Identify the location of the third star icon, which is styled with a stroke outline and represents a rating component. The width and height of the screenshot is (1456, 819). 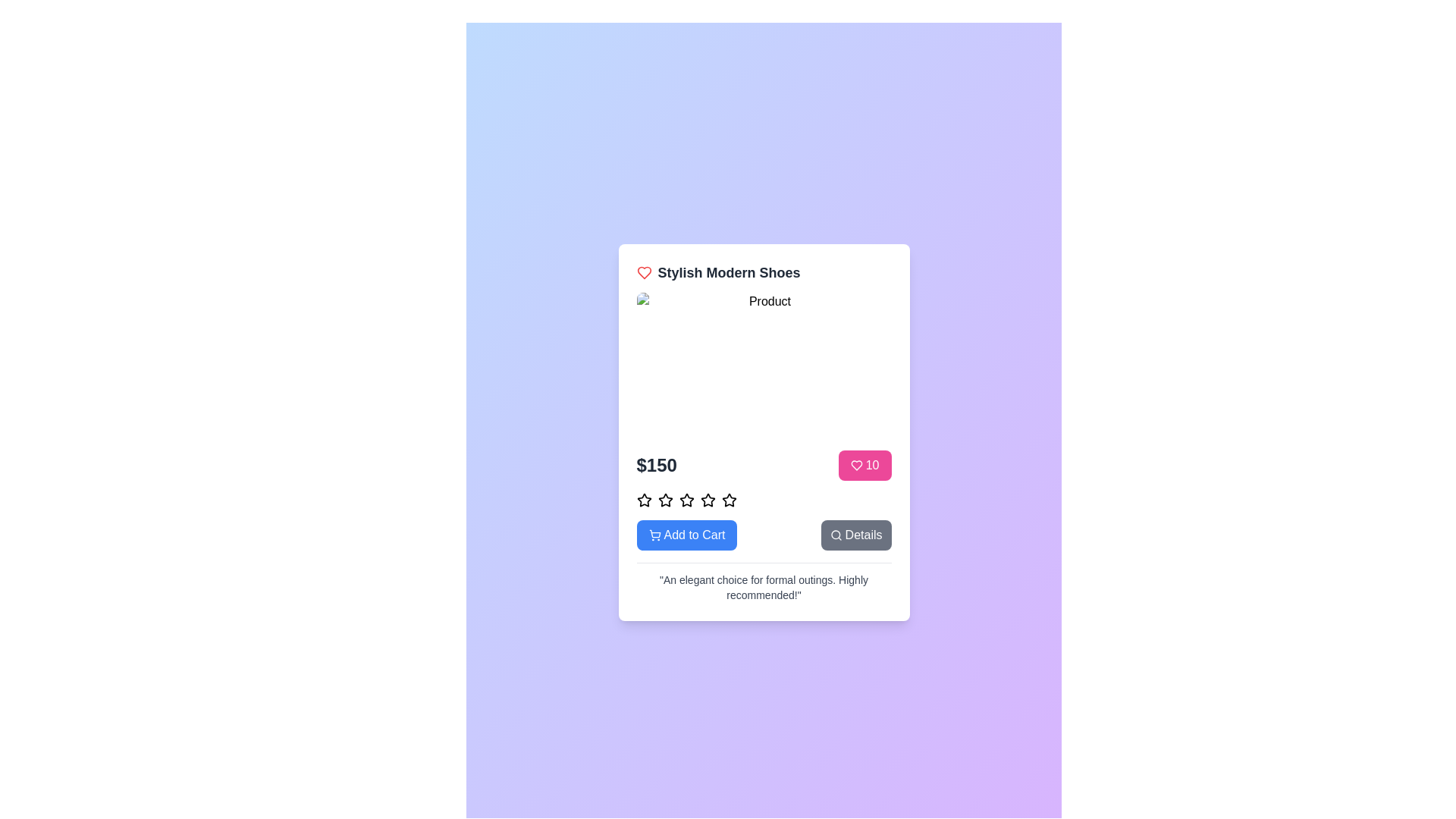
(665, 500).